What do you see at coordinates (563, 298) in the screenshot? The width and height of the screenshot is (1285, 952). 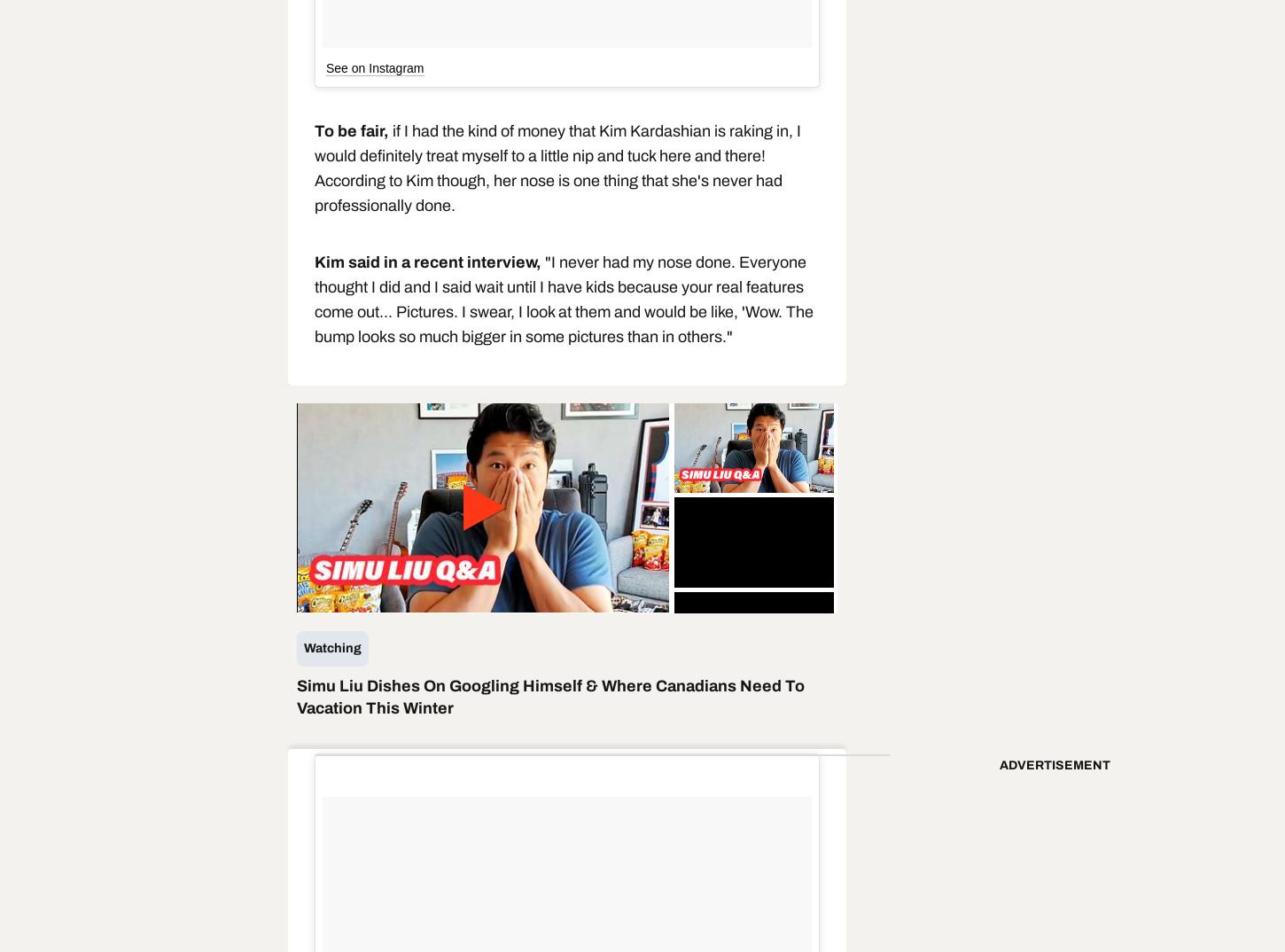 I see `'"I never had my nose done. Everyone thought I did and I said wait until I have kids because your real features come out... Pictures. I swear, I look at them and would be like, 'Wow. The bump looks so much bigger in some pictures than in others."'` at bounding box center [563, 298].